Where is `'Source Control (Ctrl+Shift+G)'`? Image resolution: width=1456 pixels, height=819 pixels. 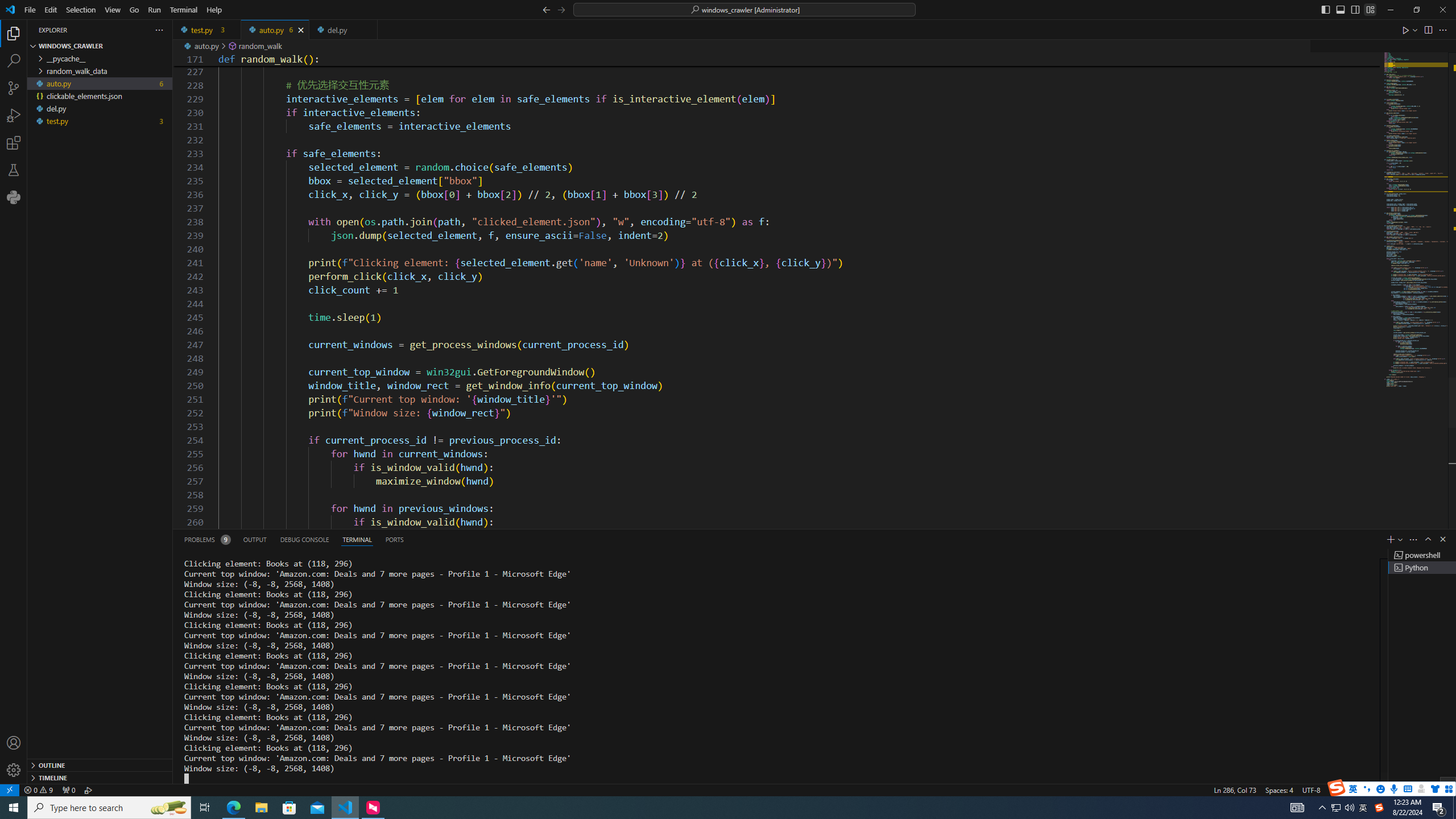 'Source Control (Ctrl+Shift+G)' is located at coordinates (14, 87).